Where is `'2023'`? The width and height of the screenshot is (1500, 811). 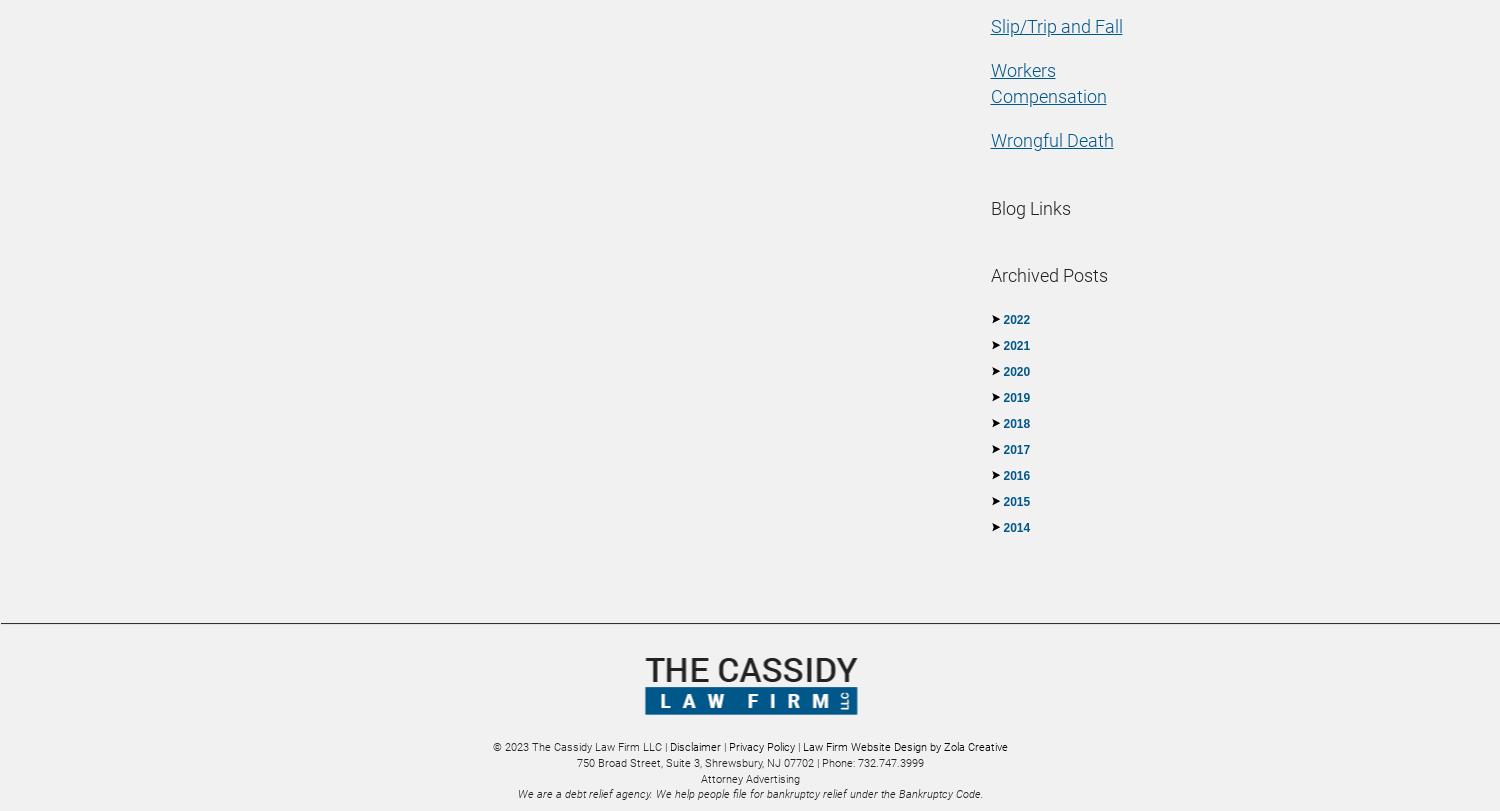
'2023' is located at coordinates (518, 745).